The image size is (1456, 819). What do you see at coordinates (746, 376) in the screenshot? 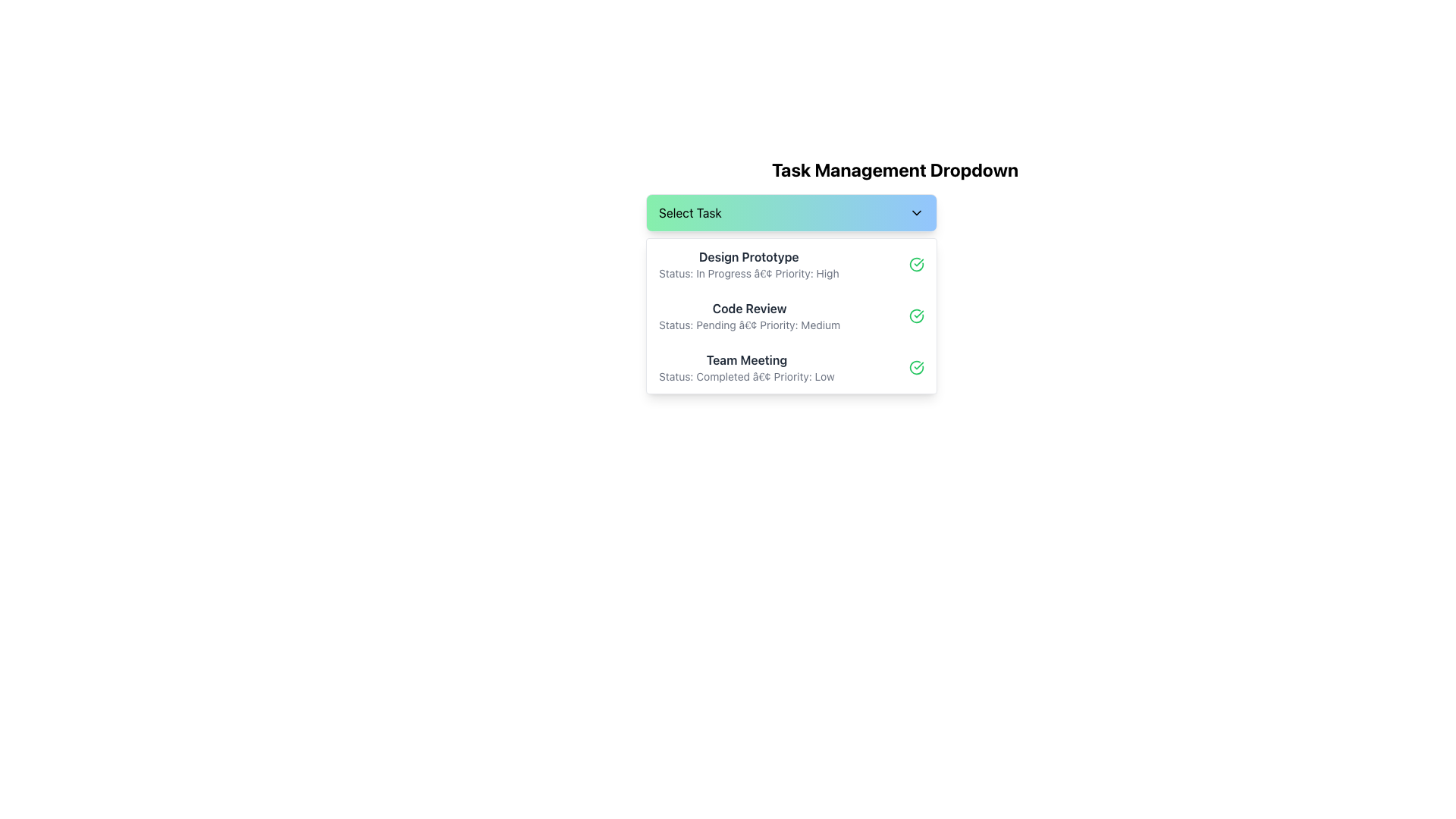
I see `the text label that reads 'Status: Completed • Priority: Low', which is located directly beneath the 'Team Meeting' heading in the task dropdown interface` at bounding box center [746, 376].